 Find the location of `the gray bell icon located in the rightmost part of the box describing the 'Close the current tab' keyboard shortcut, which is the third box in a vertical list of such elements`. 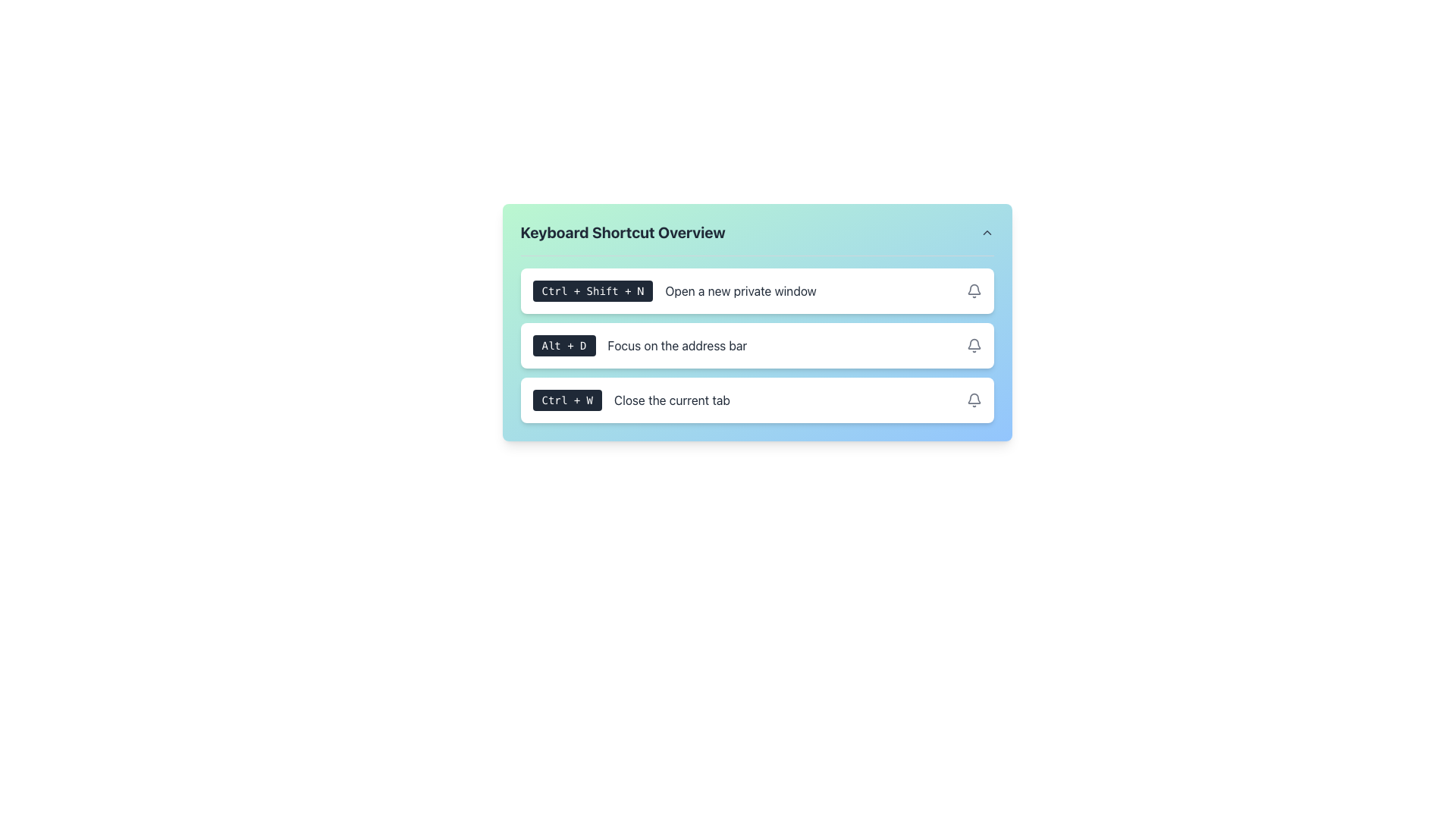

the gray bell icon located in the rightmost part of the box describing the 'Close the current tab' keyboard shortcut, which is the third box in a vertical list of such elements is located at coordinates (974, 400).